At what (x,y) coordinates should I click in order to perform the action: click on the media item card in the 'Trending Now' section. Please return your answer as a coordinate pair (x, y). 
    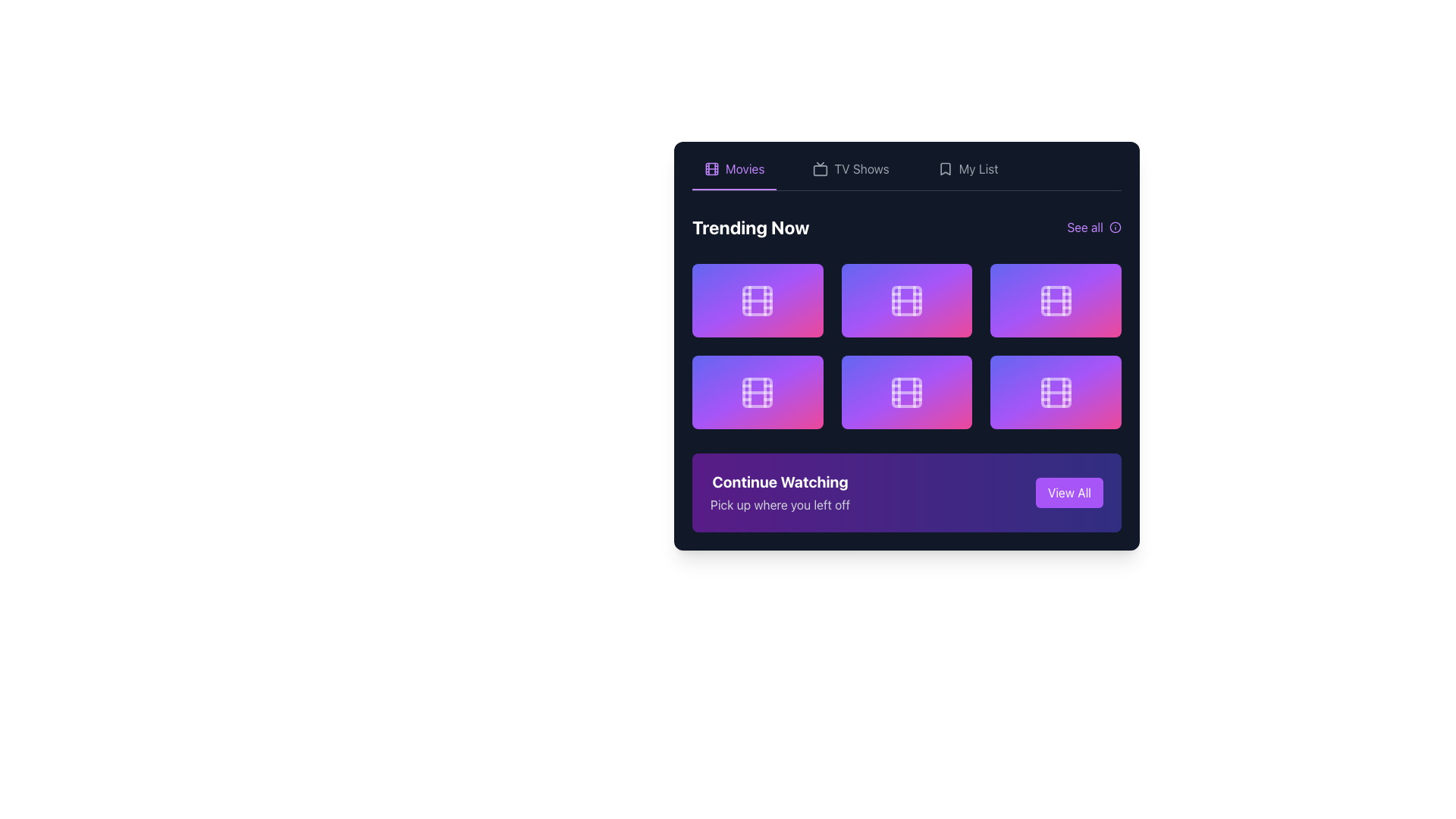
    Looking at the image, I should click on (1055, 300).